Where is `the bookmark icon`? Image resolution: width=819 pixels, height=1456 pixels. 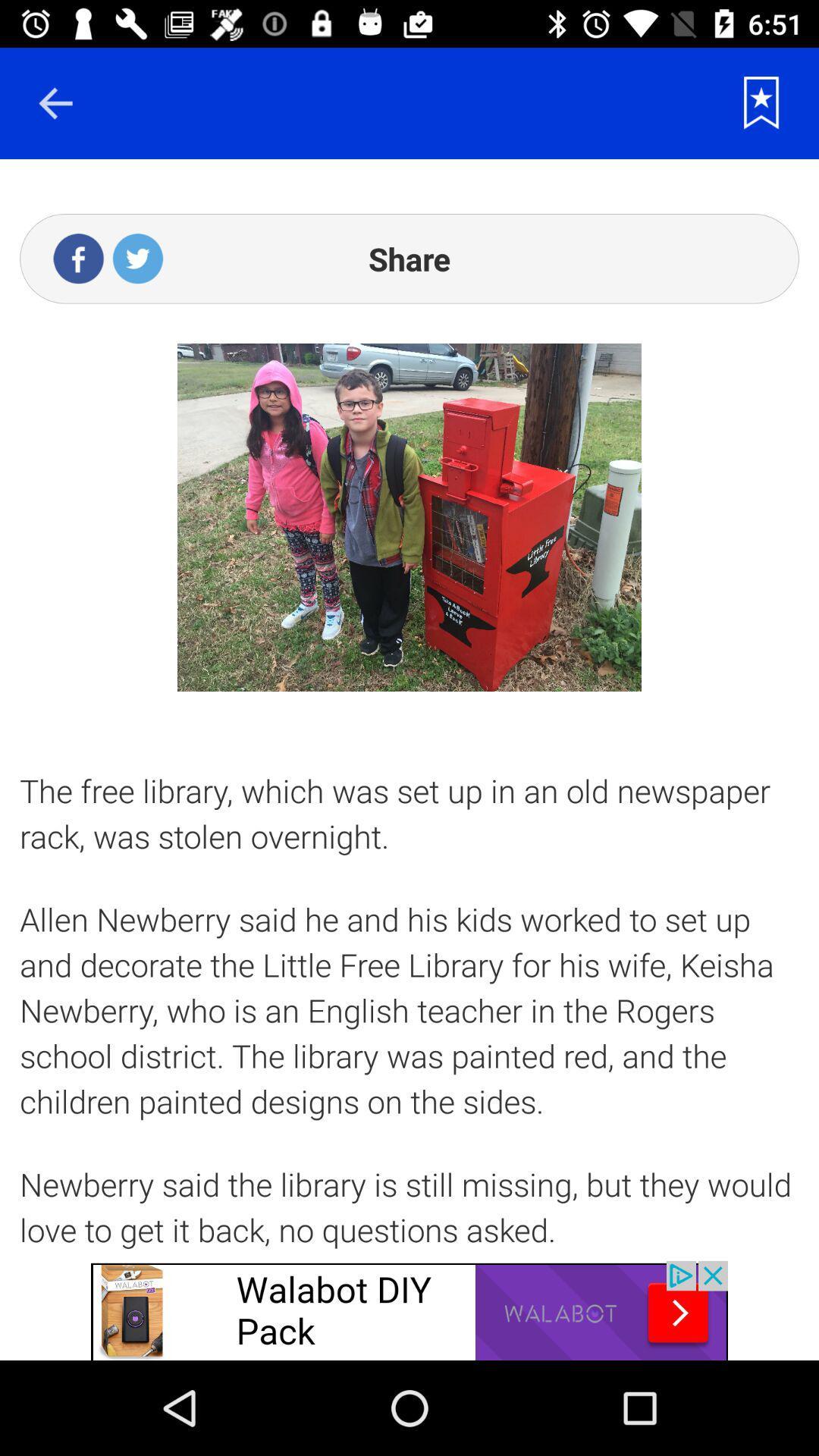
the bookmark icon is located at coordinates (761, 102).